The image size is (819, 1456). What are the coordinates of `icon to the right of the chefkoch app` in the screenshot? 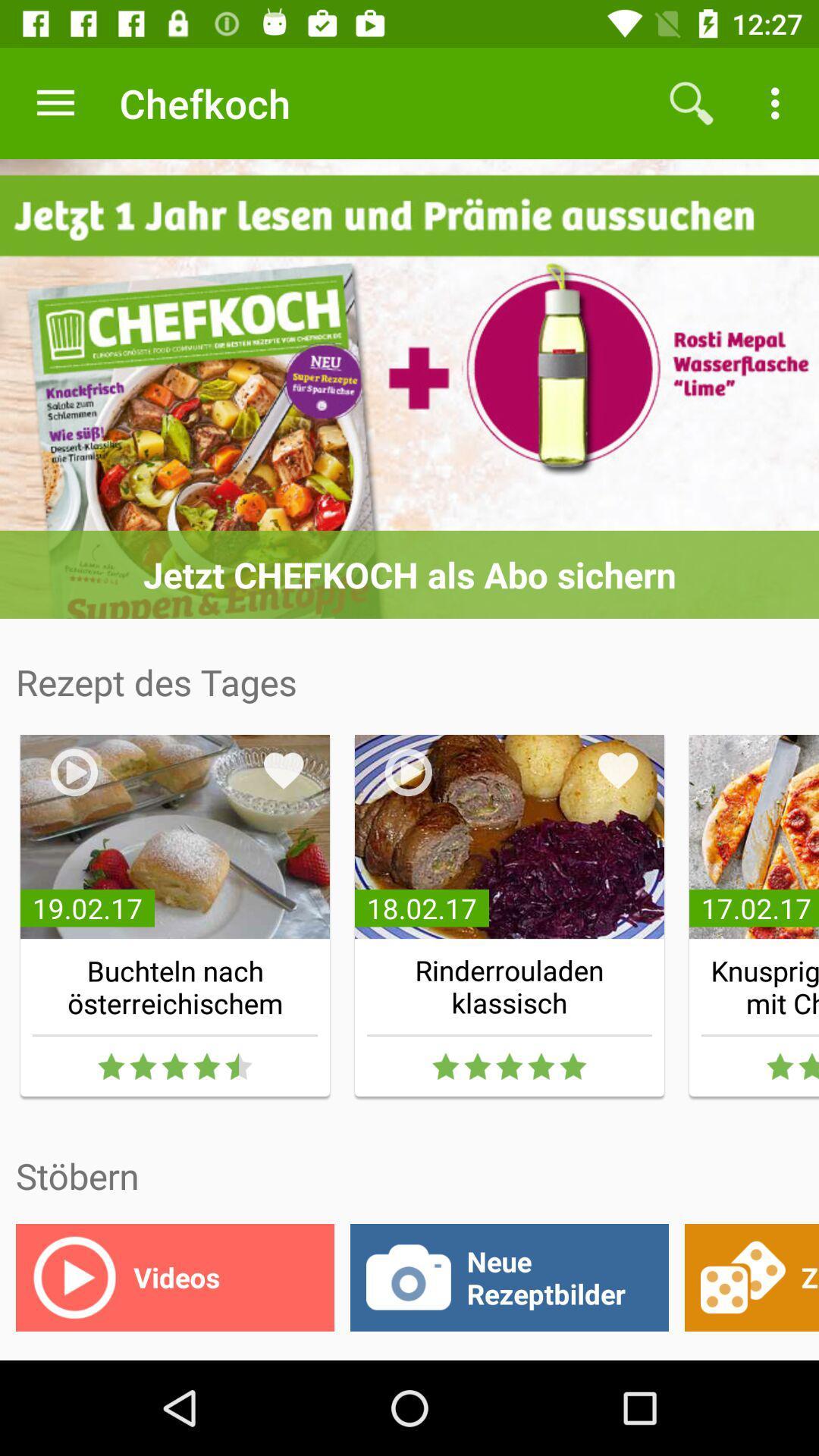 It's located at (691, 102).